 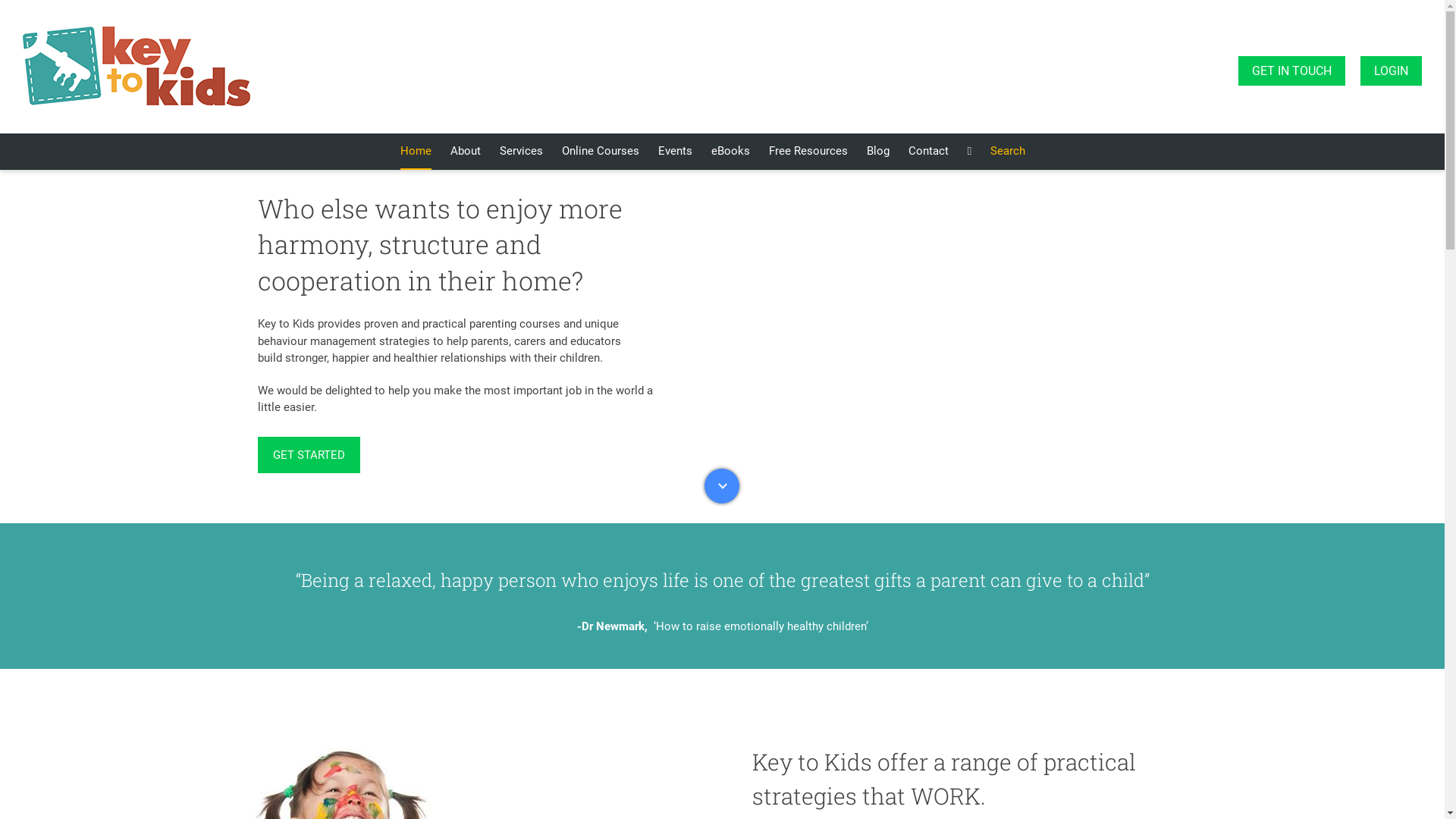 I want to click on 'Contact', so click(x=927, y=152).